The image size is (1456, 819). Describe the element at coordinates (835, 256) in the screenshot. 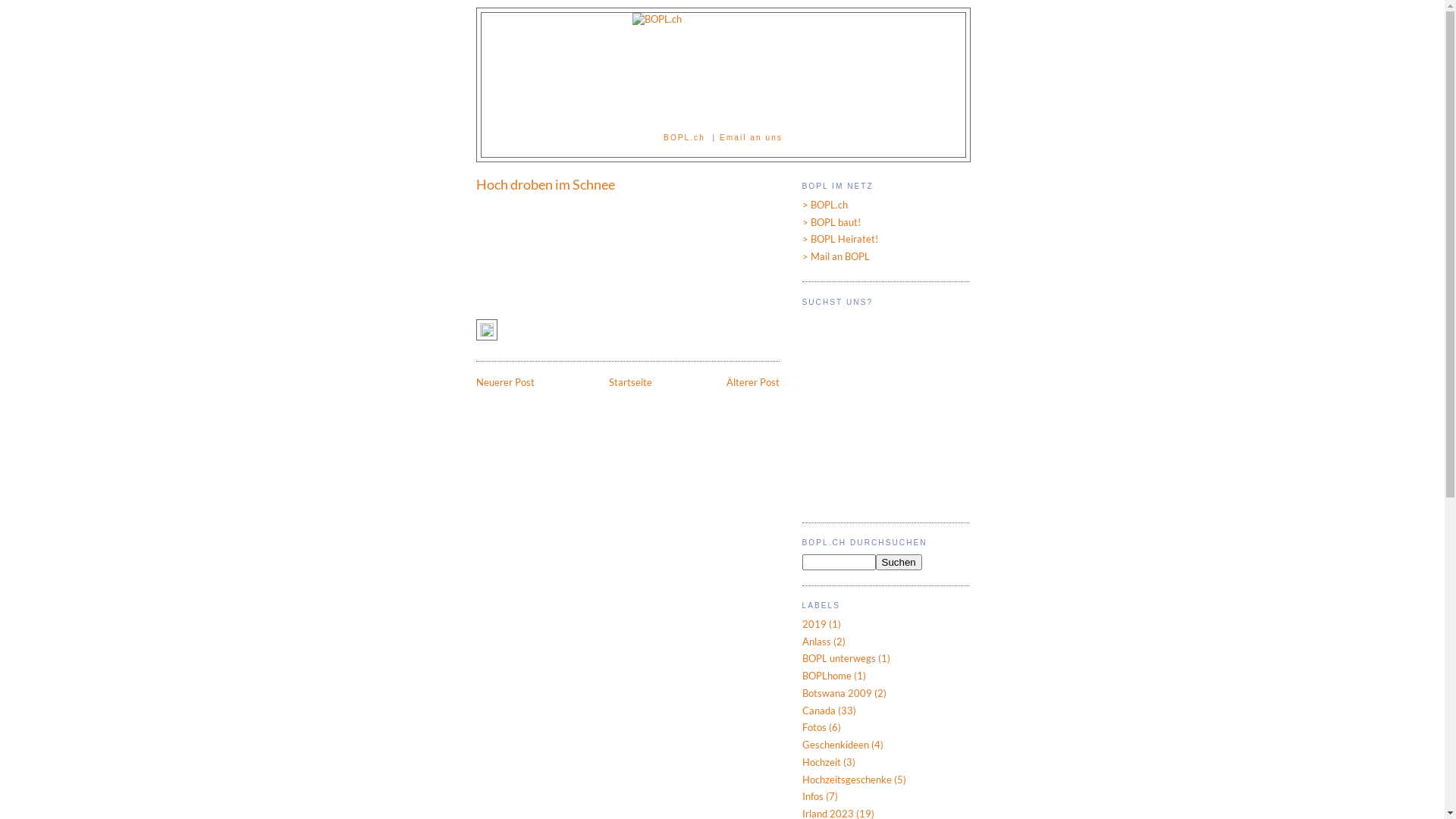

I see `'> Mail an BOPL'` at that location.